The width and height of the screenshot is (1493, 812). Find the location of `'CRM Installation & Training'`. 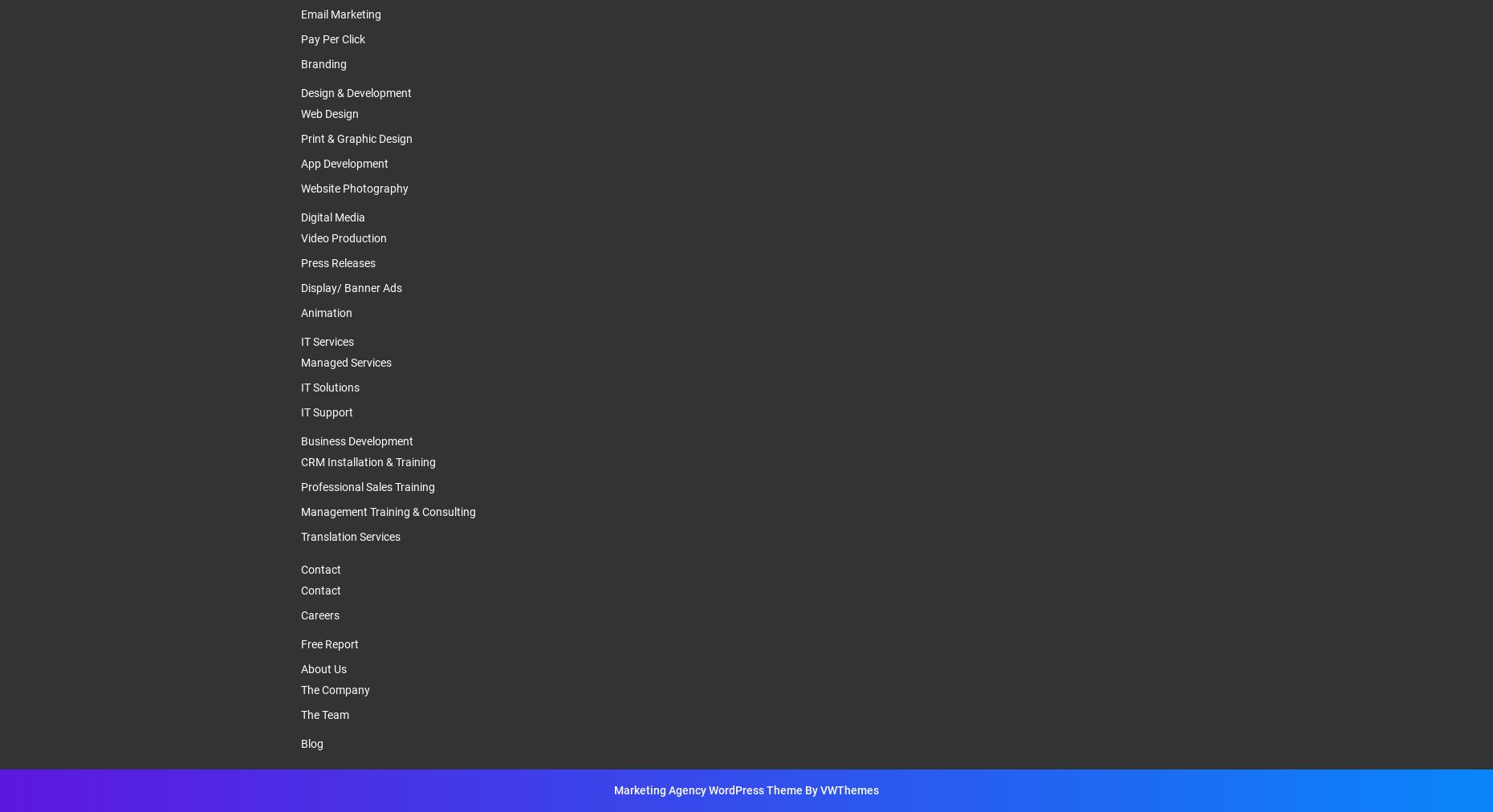

'CRM Installation & Training' is located at coordinates (368, 461).